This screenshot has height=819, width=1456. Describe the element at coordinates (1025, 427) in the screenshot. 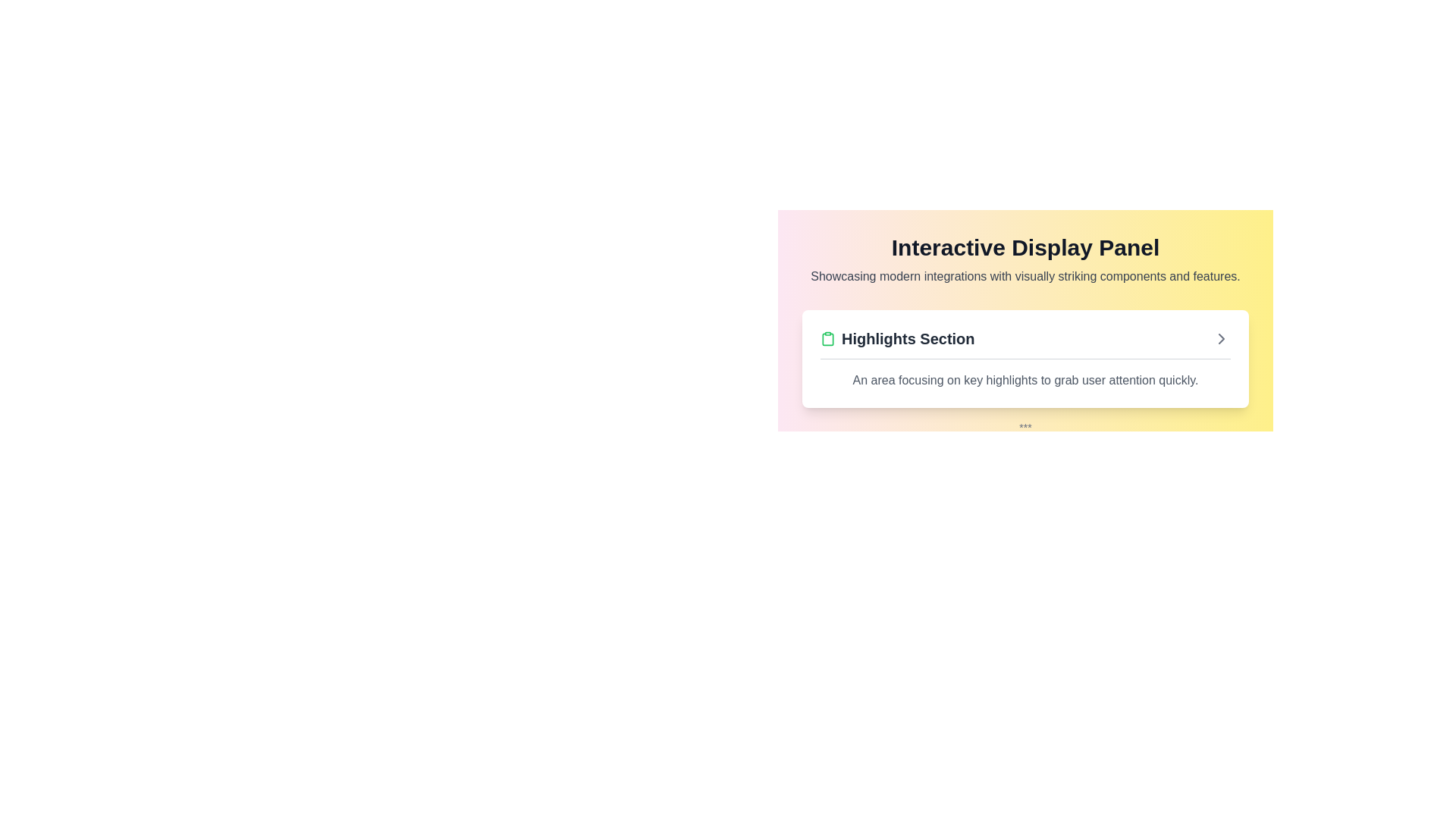

I see `the Small Text Label, which is a centrally-aligned small text component styled with gray color, located below the 'Highlights Section' content` at that location.